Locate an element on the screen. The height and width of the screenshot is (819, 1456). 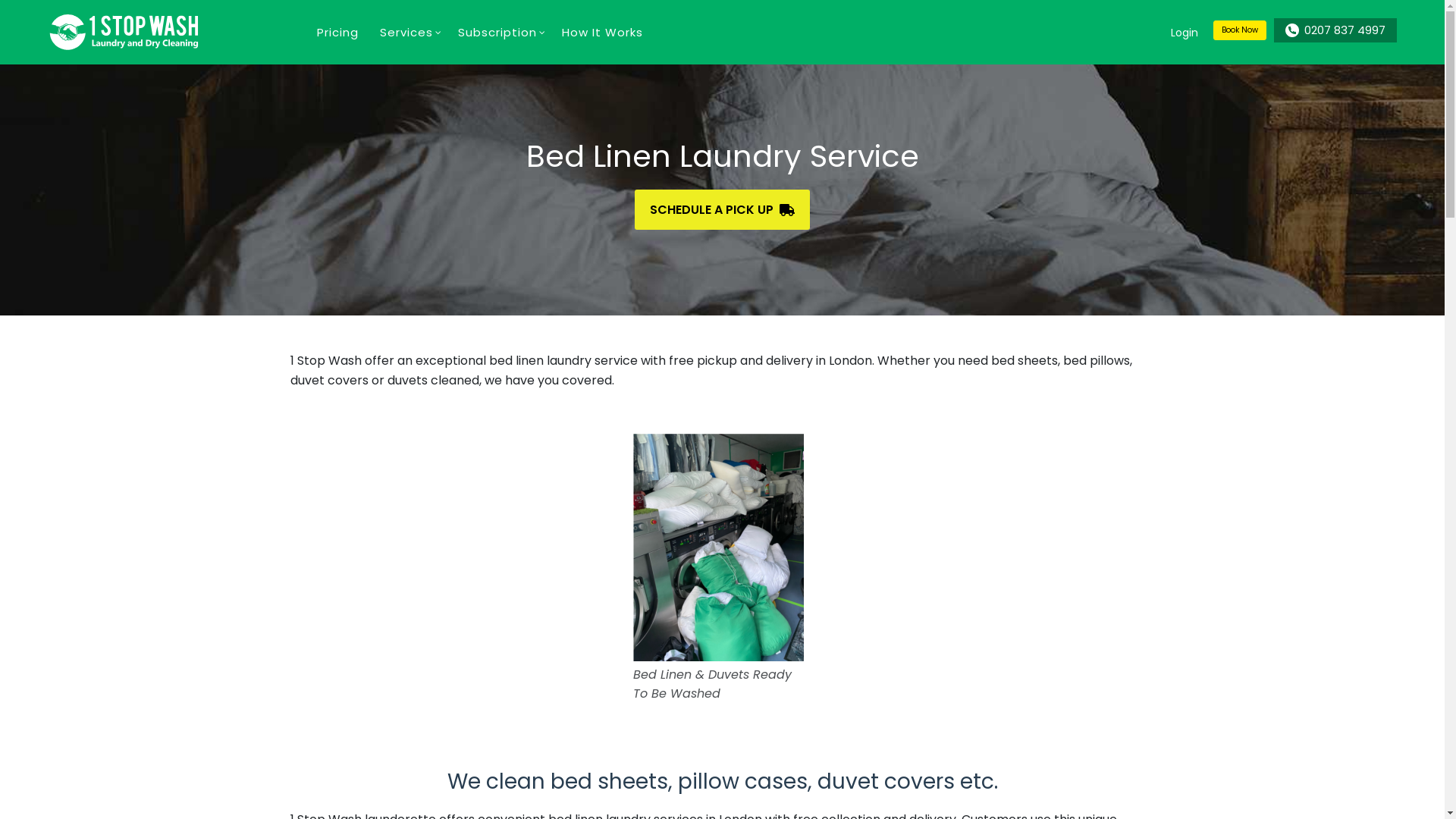
'0207 837 4997' is located at coordinates (1331, 32).